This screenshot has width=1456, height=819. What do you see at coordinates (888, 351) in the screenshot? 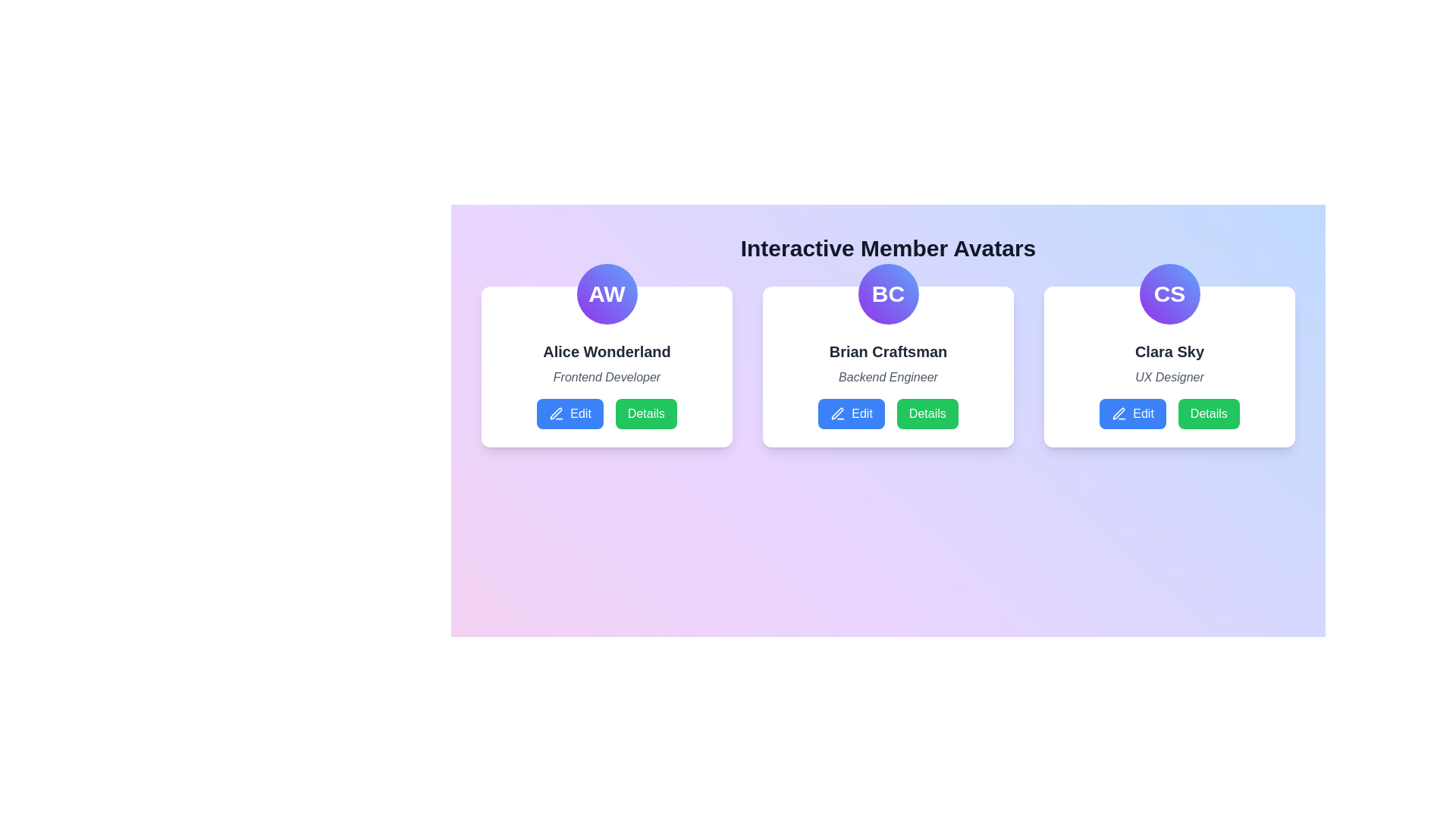
I see `the Text Label displaying the name of the individual associated with the card, which is located in the middle card of a group of three, beneath the circle avatar labeled 'BC' and above the secondary text 'Backend Engineer'` at bounding box center [888, 351].